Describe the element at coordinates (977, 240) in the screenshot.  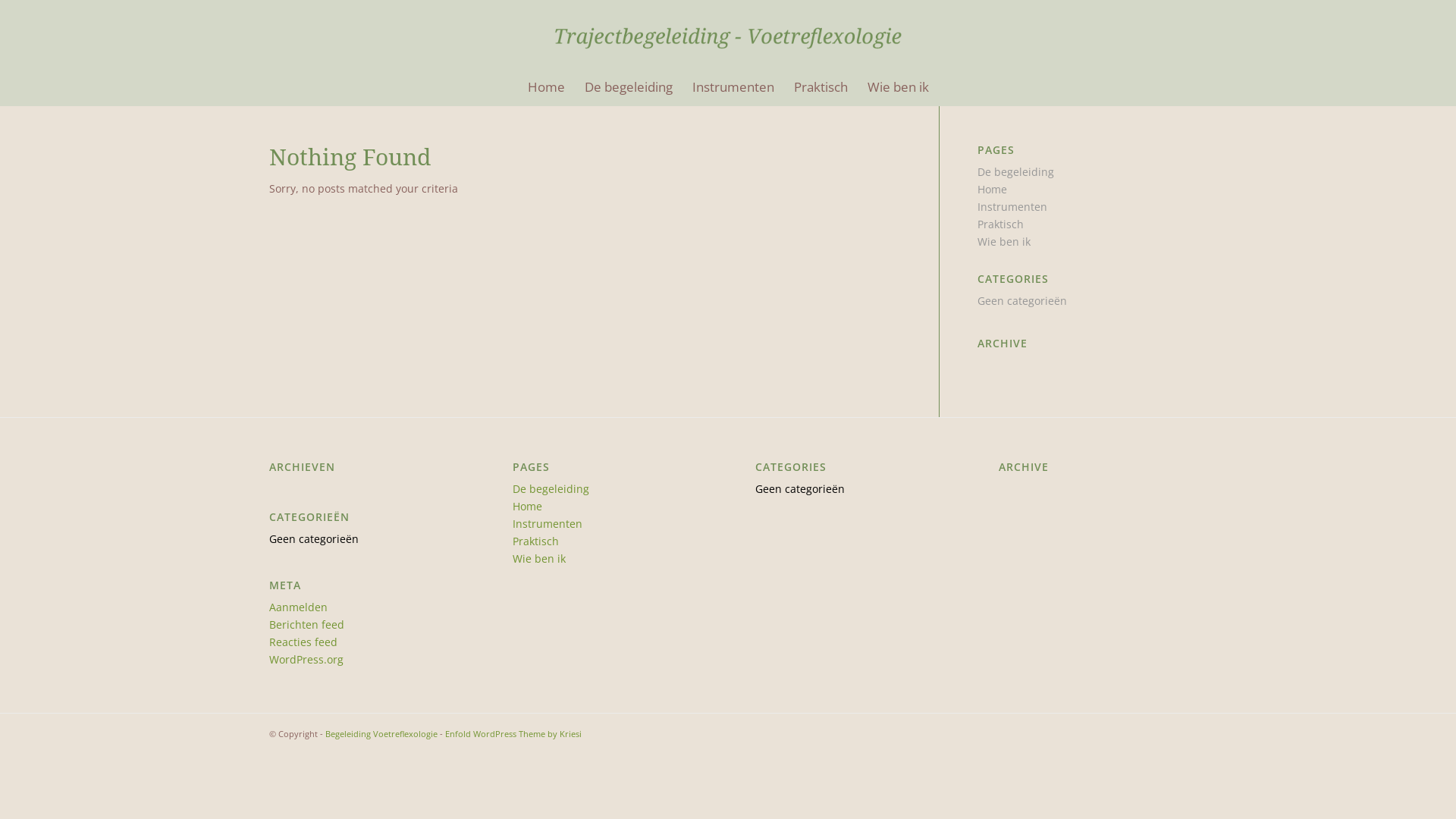
I see `'Wie ben ik'` at that location.